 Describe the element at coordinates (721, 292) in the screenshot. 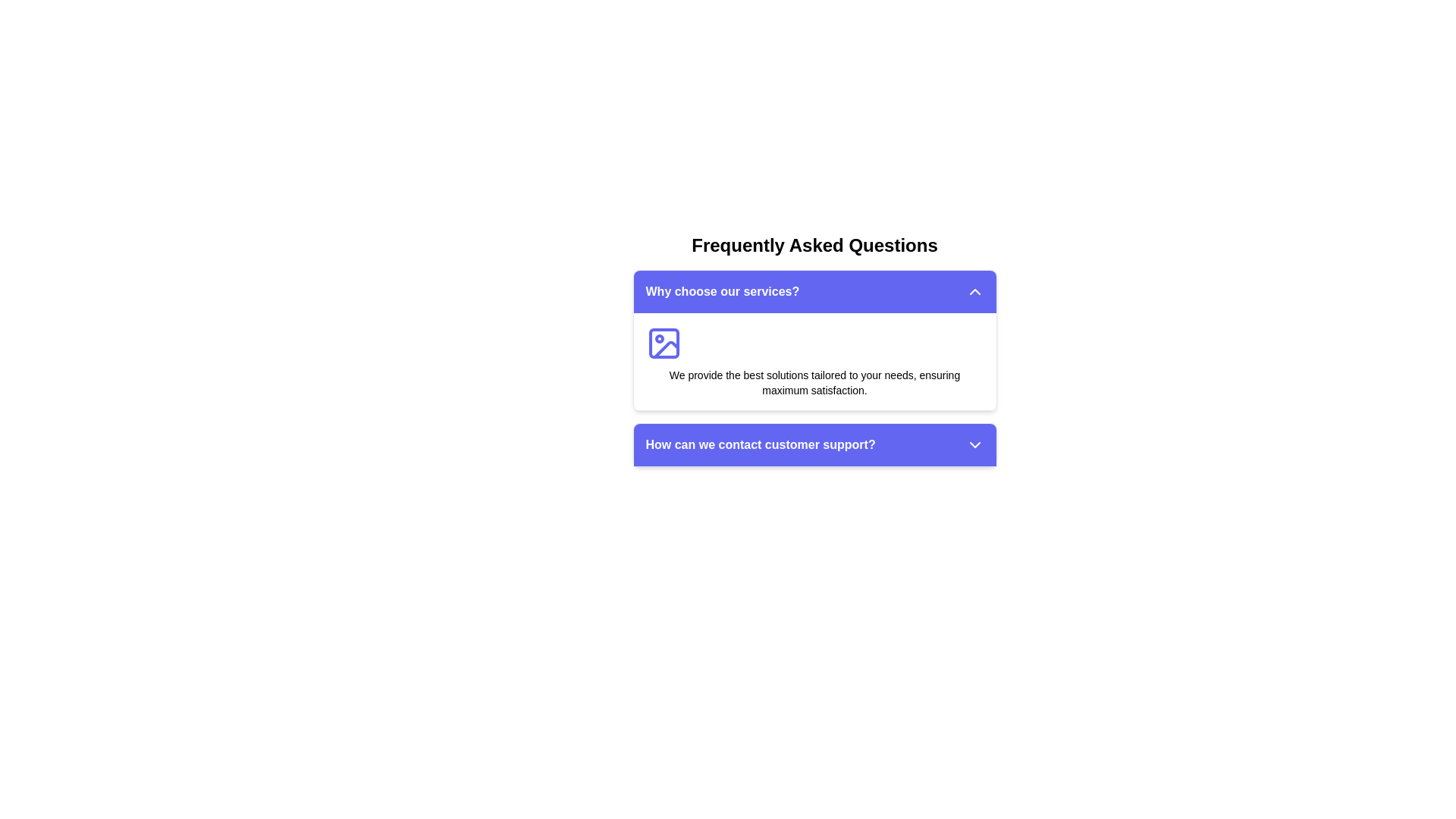

I see `text label displaying 'Why choose our services?' which is positioned on a purple background as part of the accordion header` at that location.